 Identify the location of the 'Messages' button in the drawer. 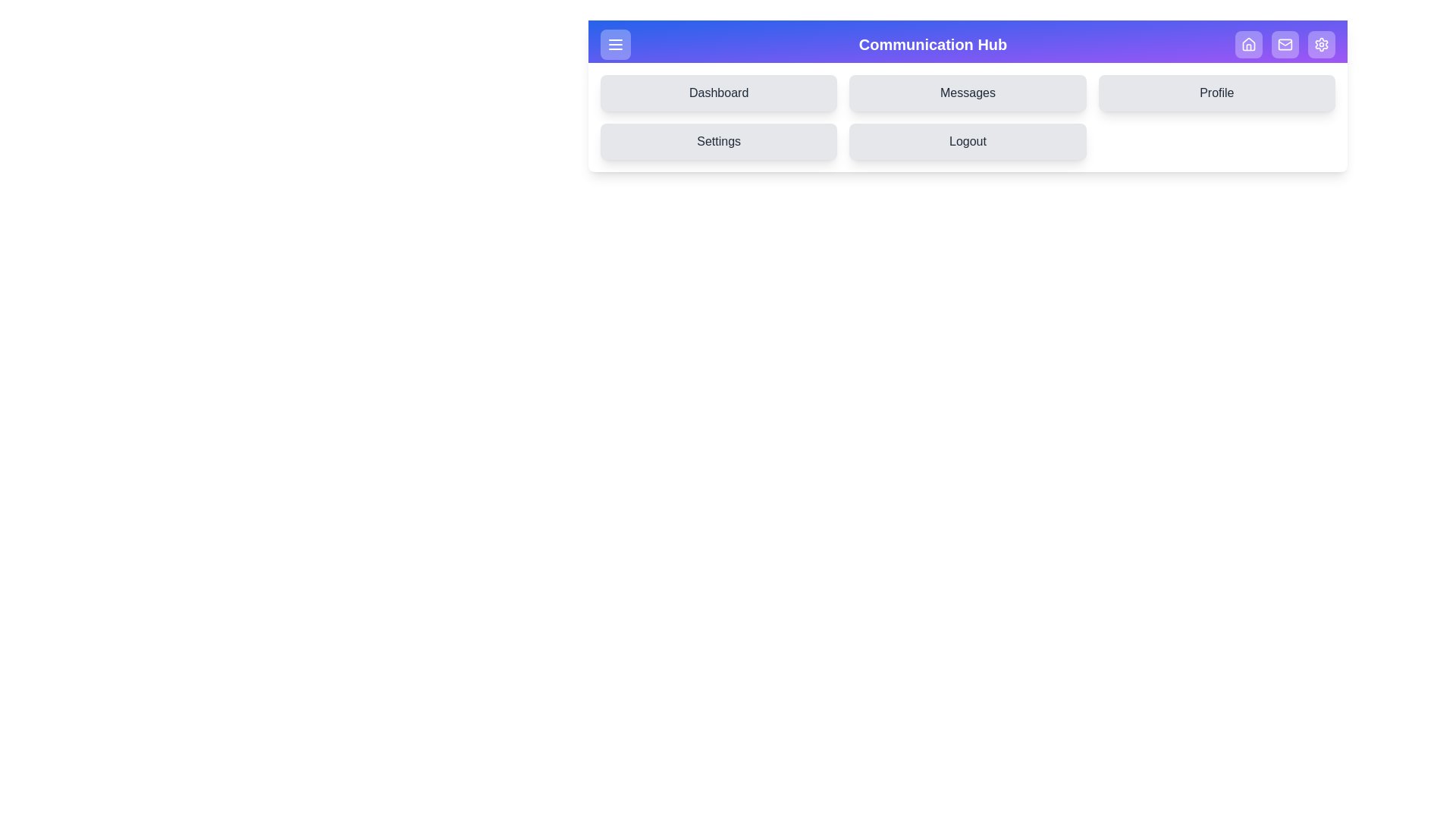
(967, 93).